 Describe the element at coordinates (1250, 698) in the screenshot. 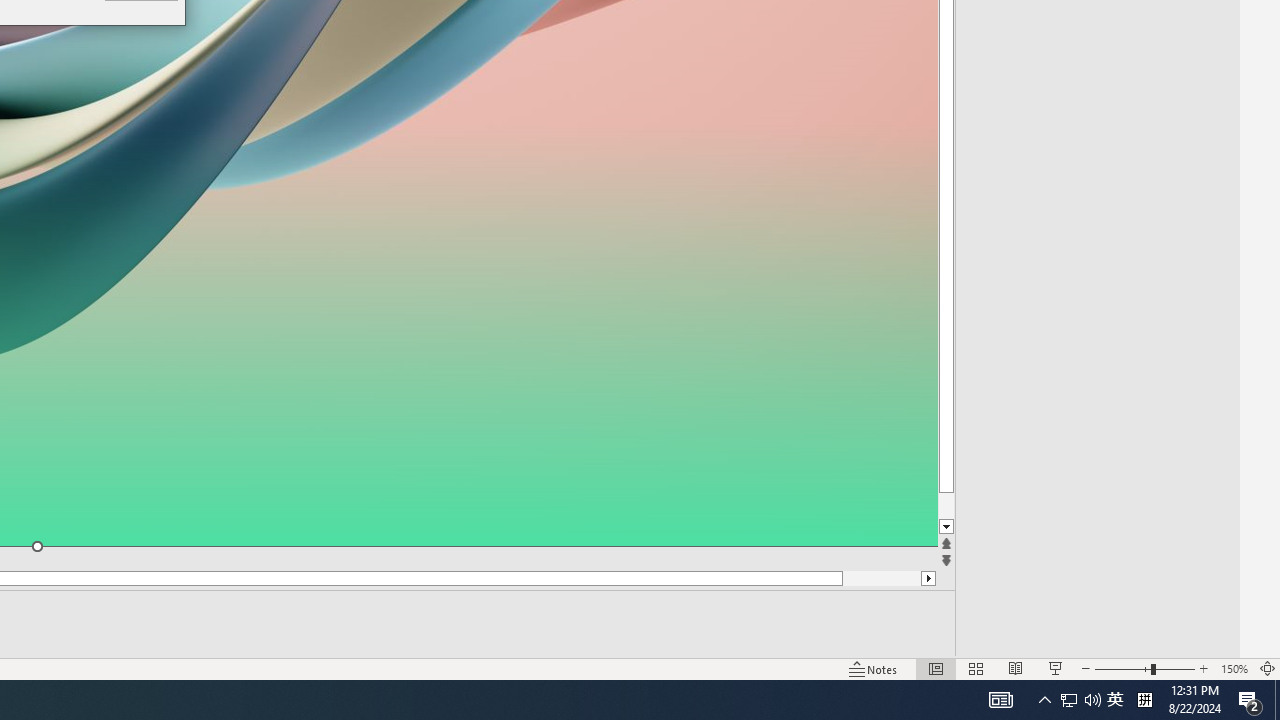

I see `'Action Center, 2 new notifications'` at that location.